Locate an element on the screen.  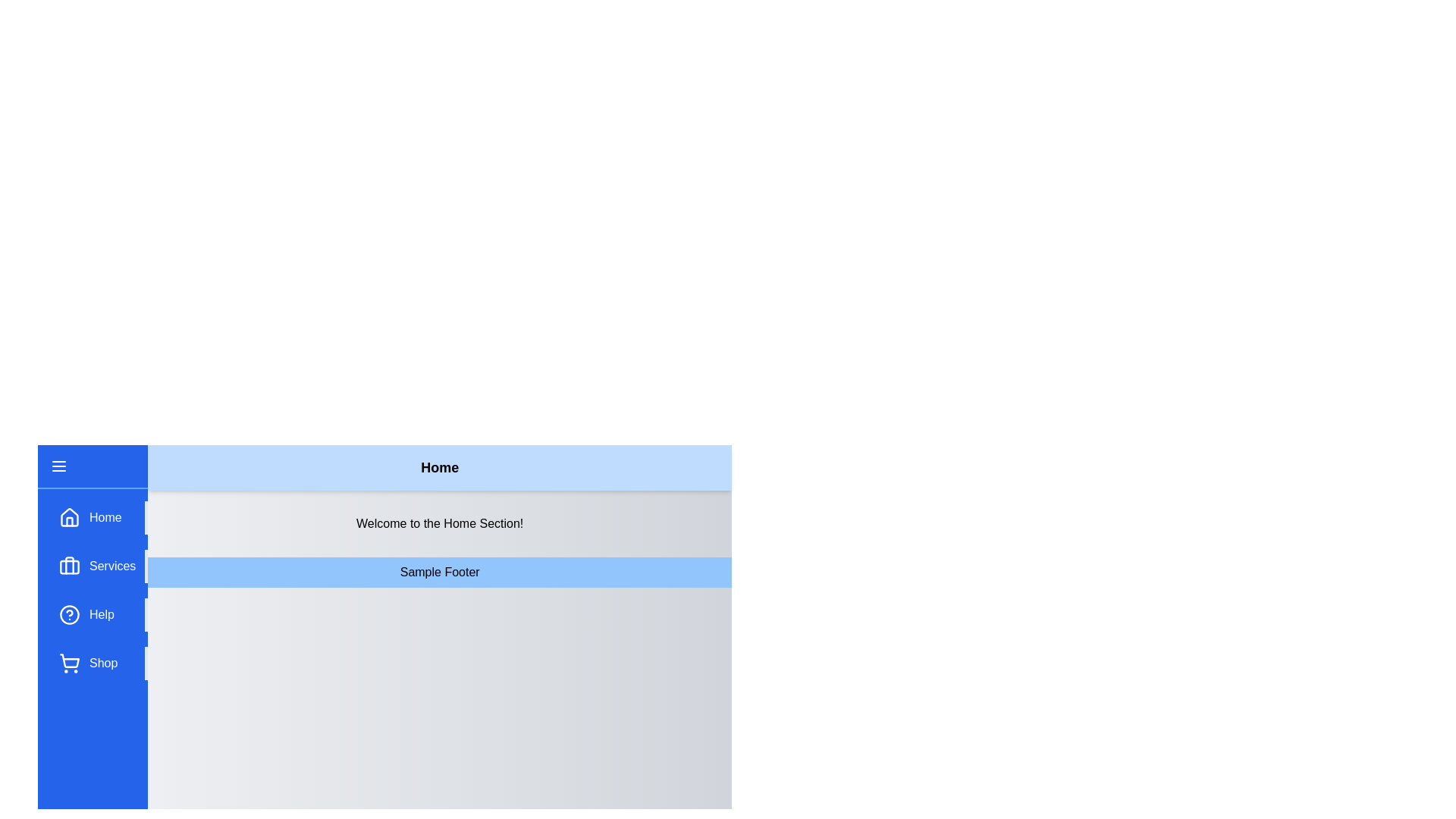
the 'Shop' button located in the sidebar menu, which is the fourth button in a vertical stack is located at coordinates (98, 663).